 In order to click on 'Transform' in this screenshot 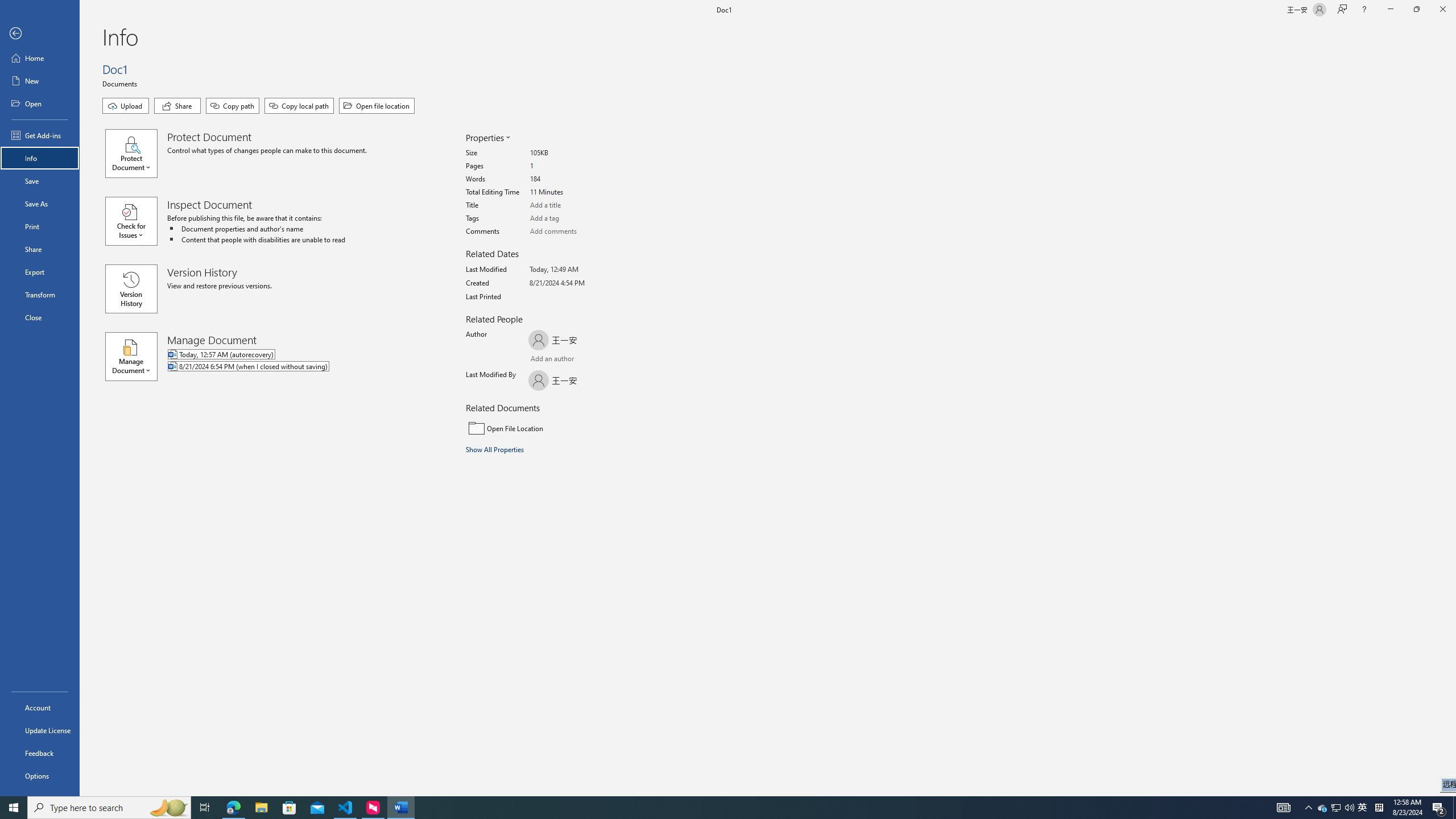, I will do `click(39, 294)`.